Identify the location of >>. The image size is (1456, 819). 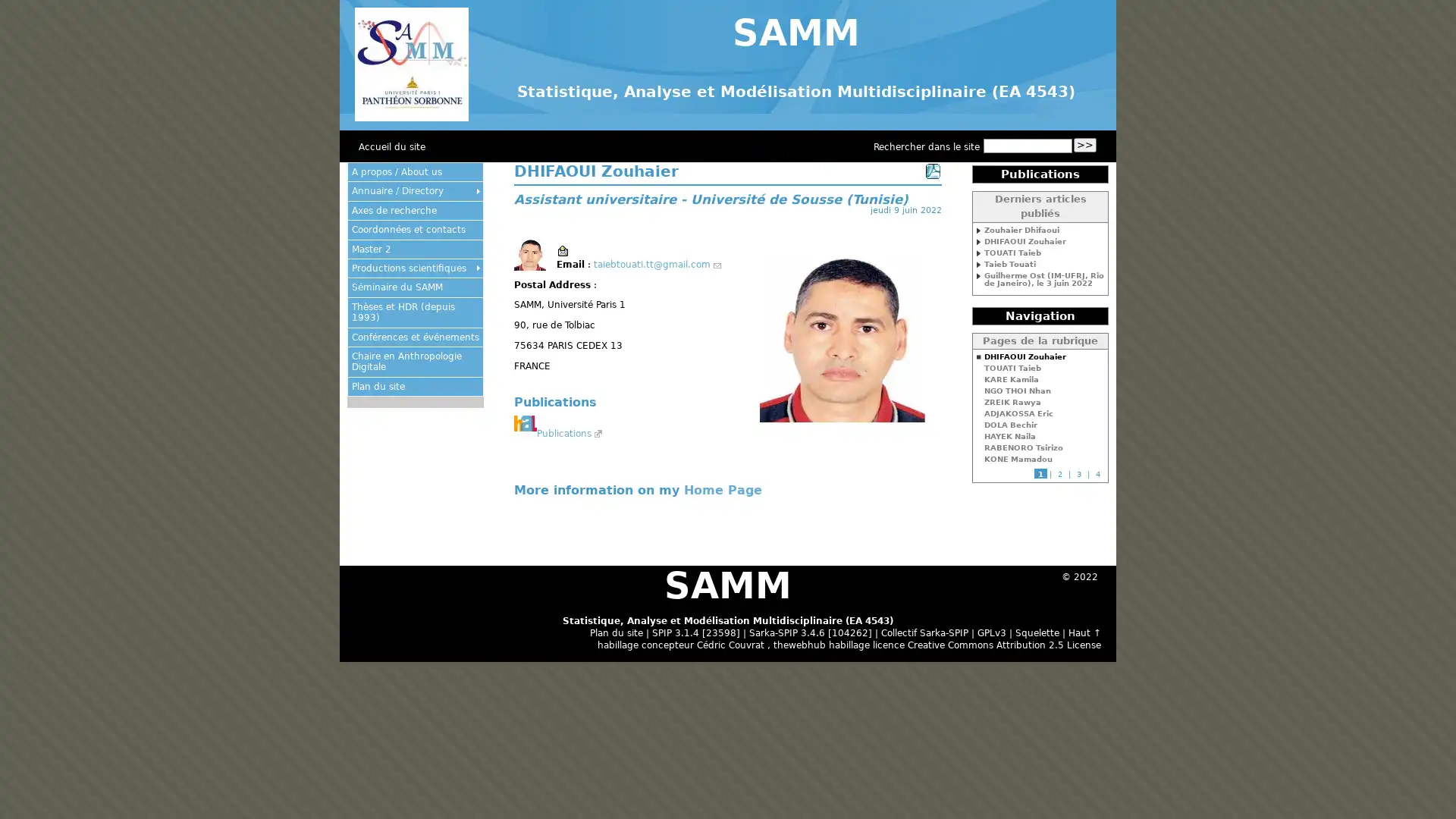
(1084, 145).